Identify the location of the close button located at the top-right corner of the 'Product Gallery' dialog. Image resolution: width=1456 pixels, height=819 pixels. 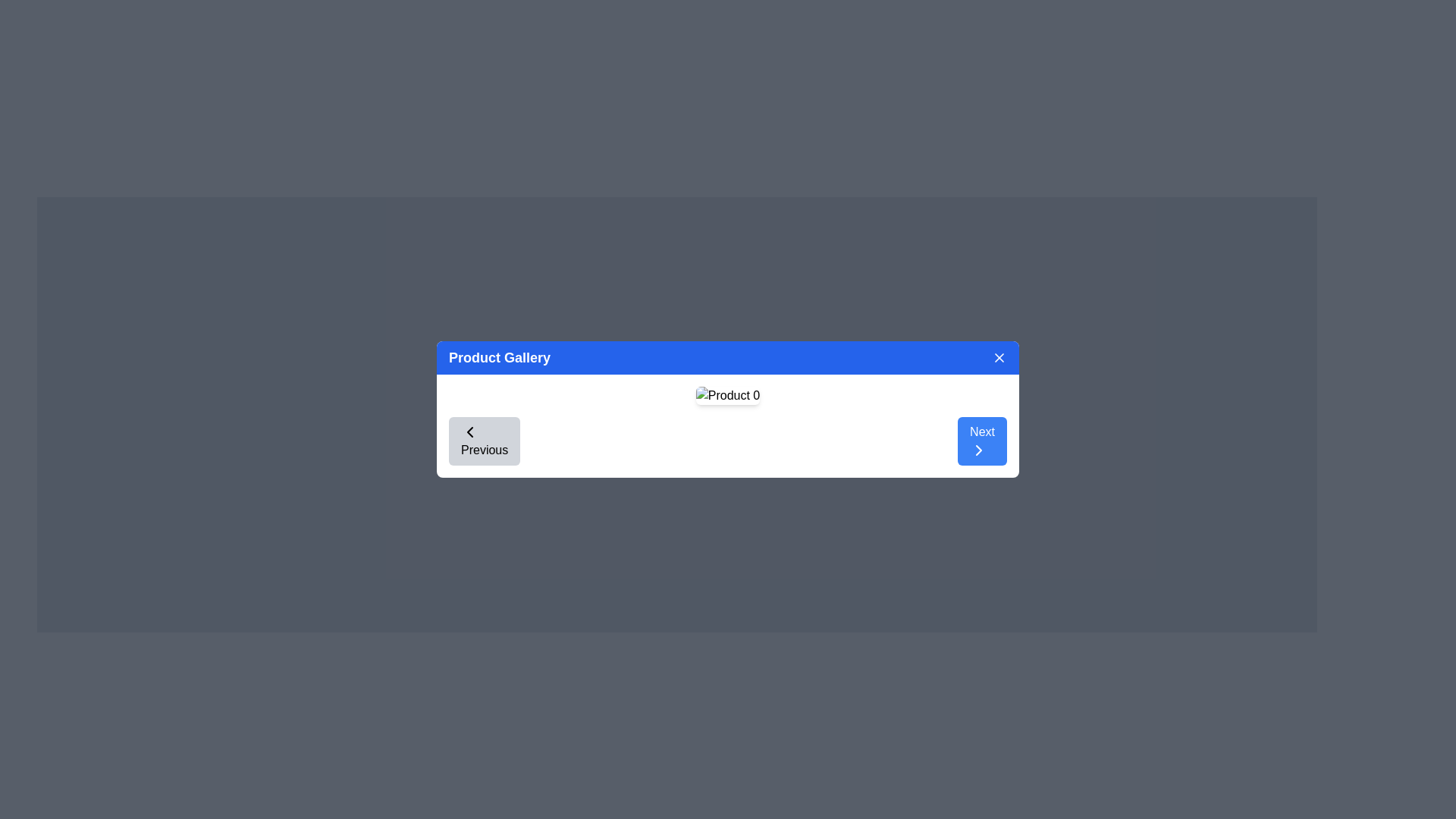
(999, 357).